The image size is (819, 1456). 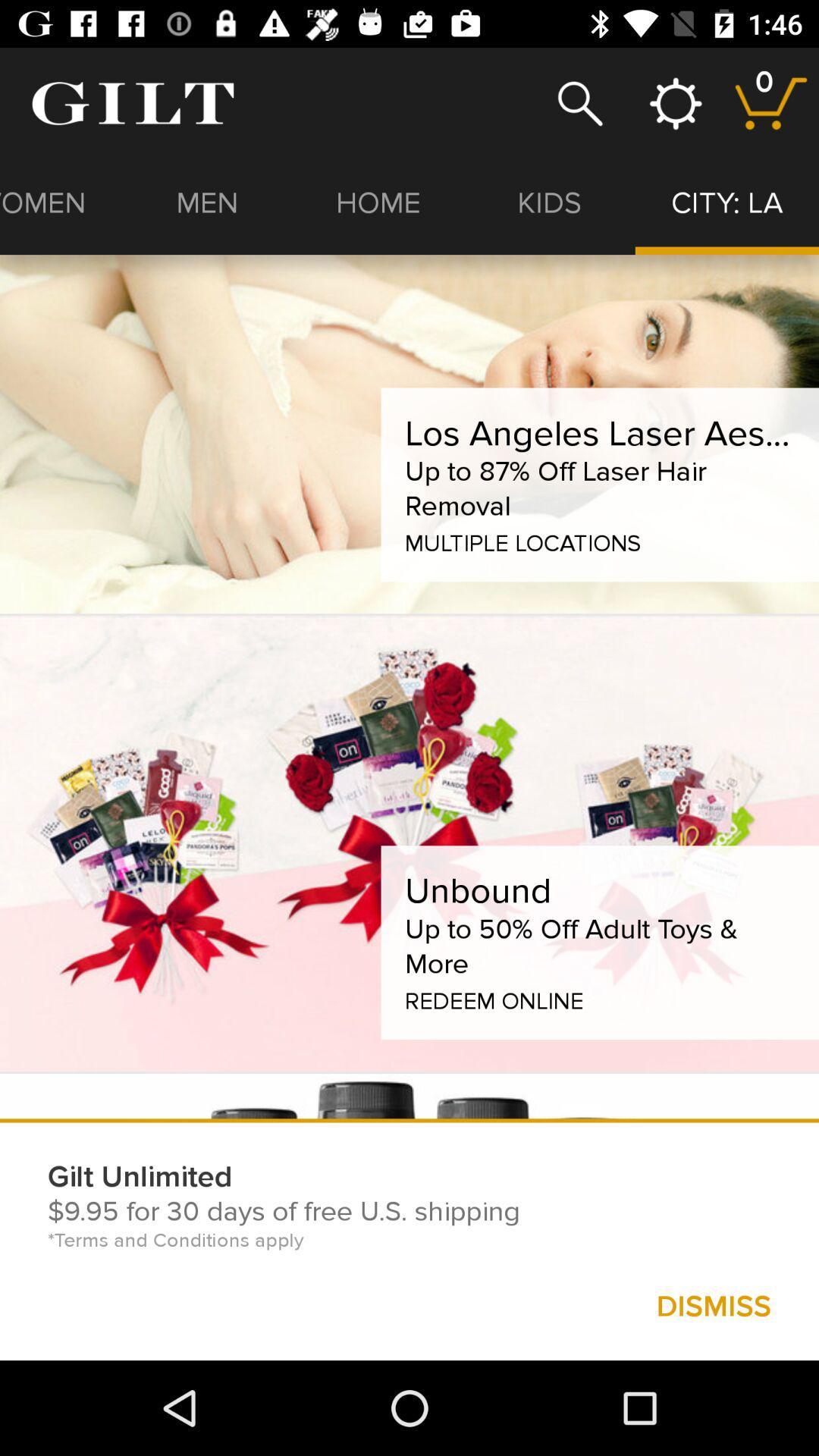 What do you see at coordinates (771, 102) in the screenshot?
I see `stored selected item` at bounding box center [771, 102].